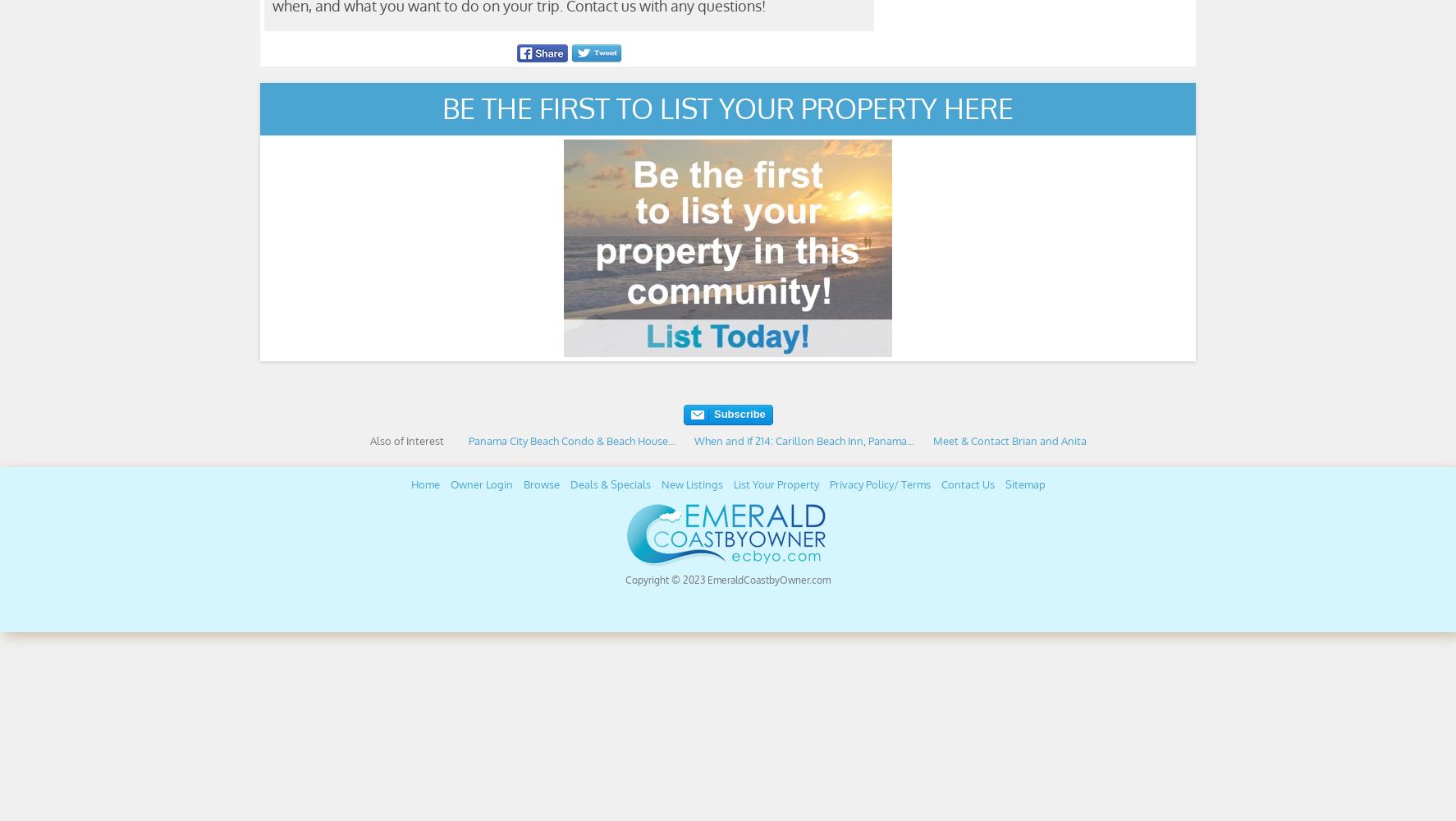  I want to click on 'Privacy Policy/ Terms', so click(878, 484).